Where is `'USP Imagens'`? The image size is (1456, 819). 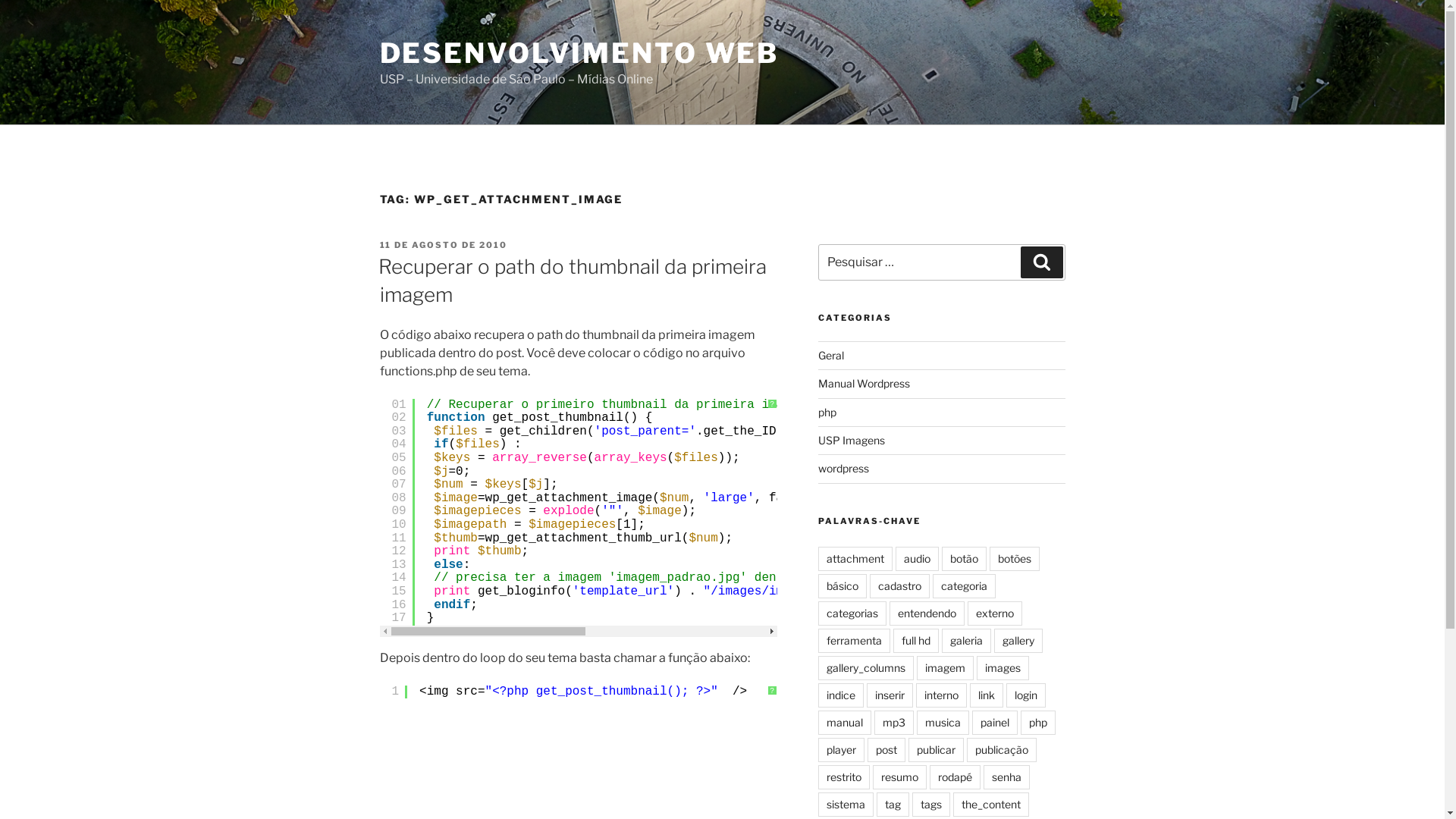 'USP Imagens' is located at coordinates (852, 440).